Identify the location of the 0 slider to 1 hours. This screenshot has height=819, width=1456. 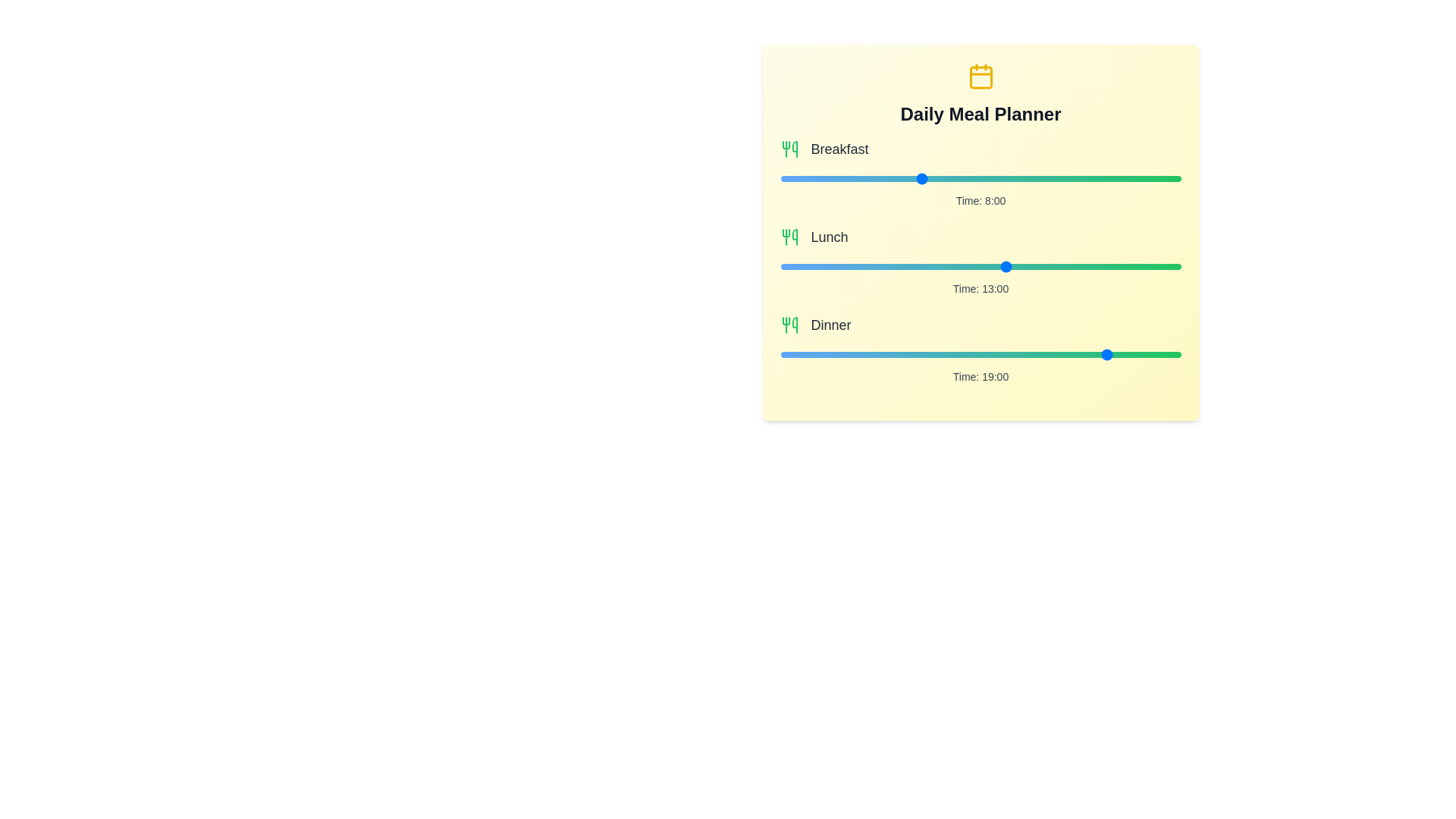
(998, 177).